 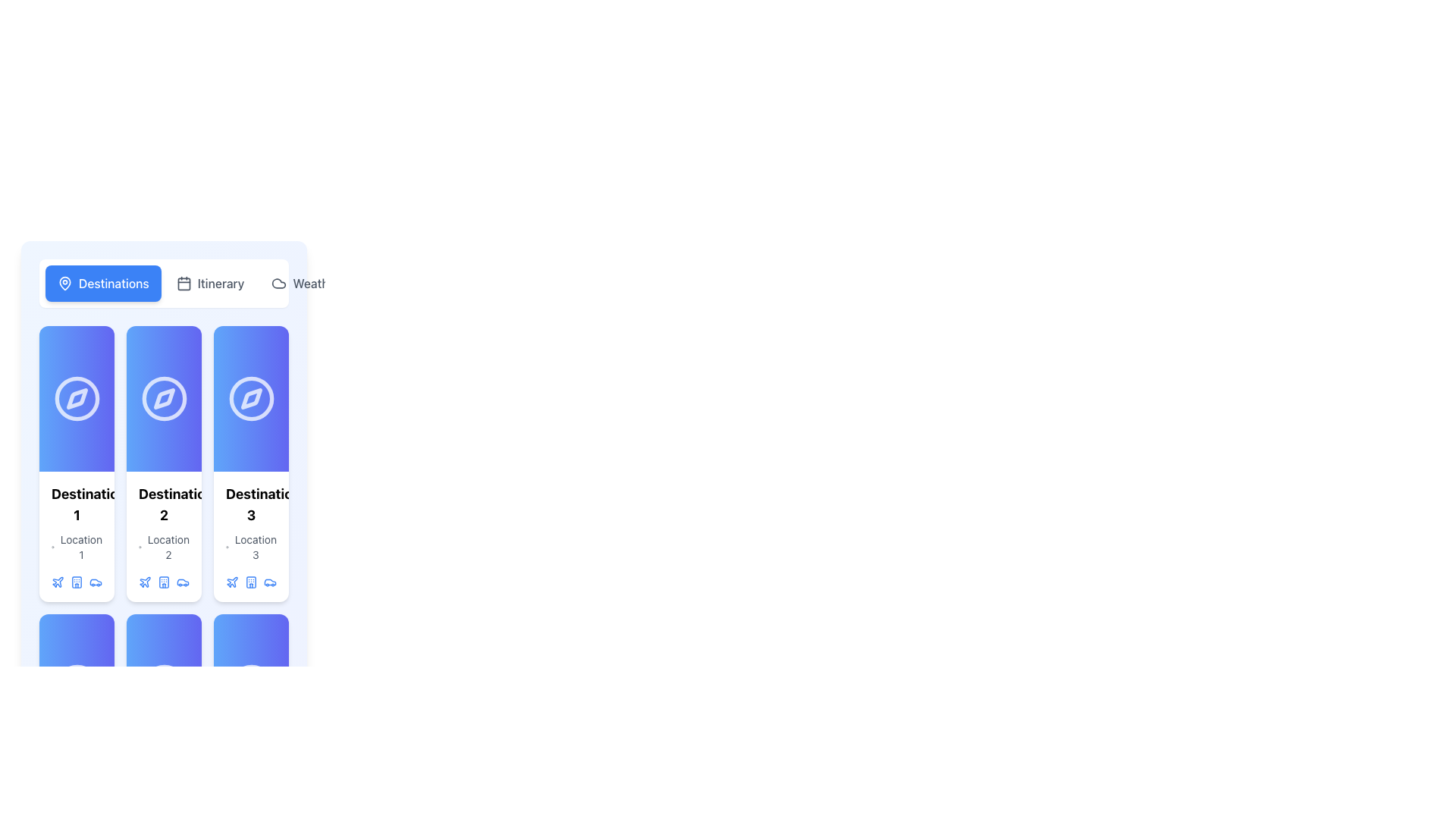 I want to click on the blue airplane icon, which is the first element in a horizontal group of three icons located under the second card displaying the destination information, so click(x=145, y=581).